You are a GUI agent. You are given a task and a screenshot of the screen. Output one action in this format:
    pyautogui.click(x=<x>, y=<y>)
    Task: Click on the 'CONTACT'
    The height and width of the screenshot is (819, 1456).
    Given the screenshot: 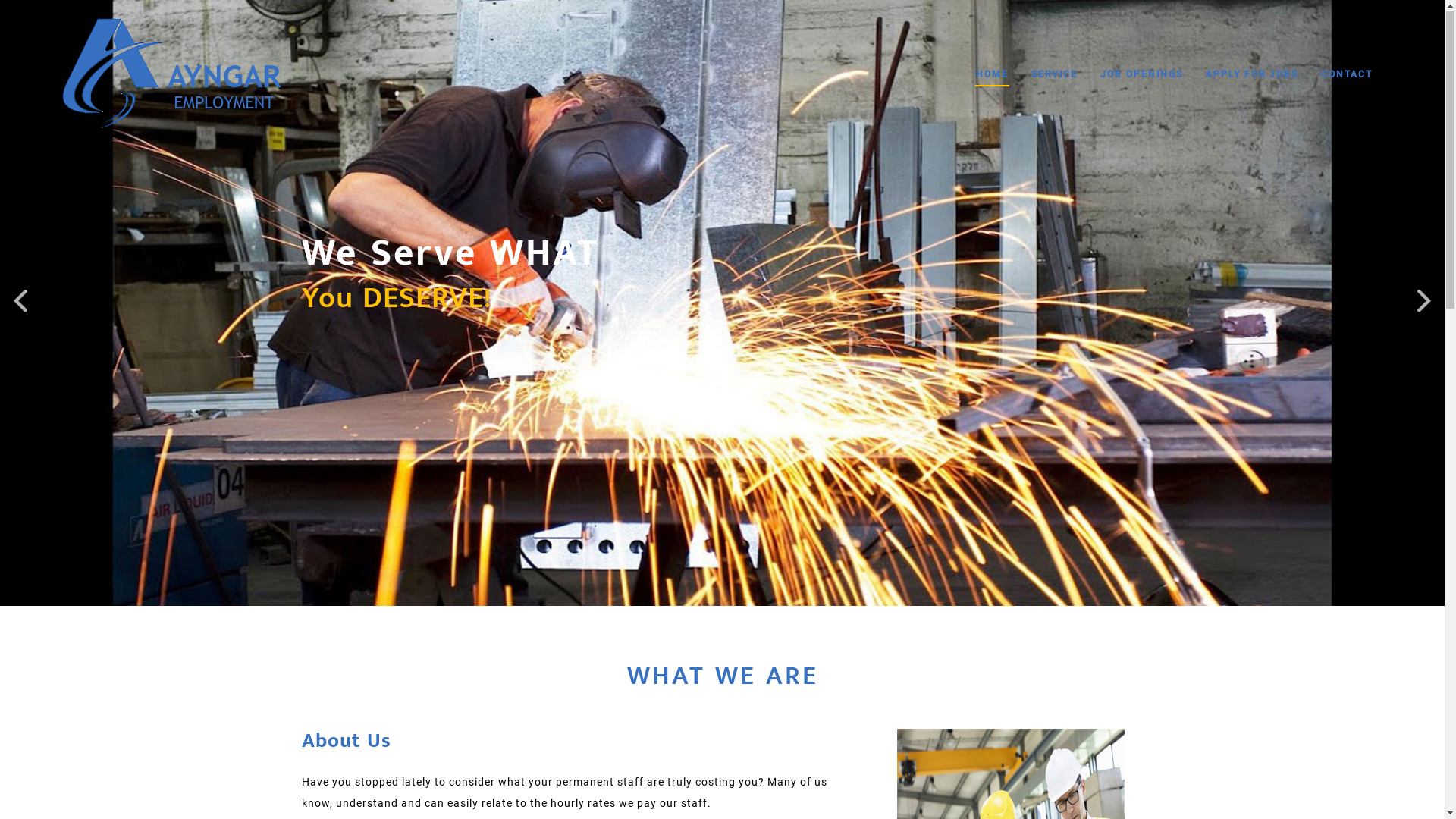 What is the action you would take?
    pyautogui.click(x=1347, y=75)
    